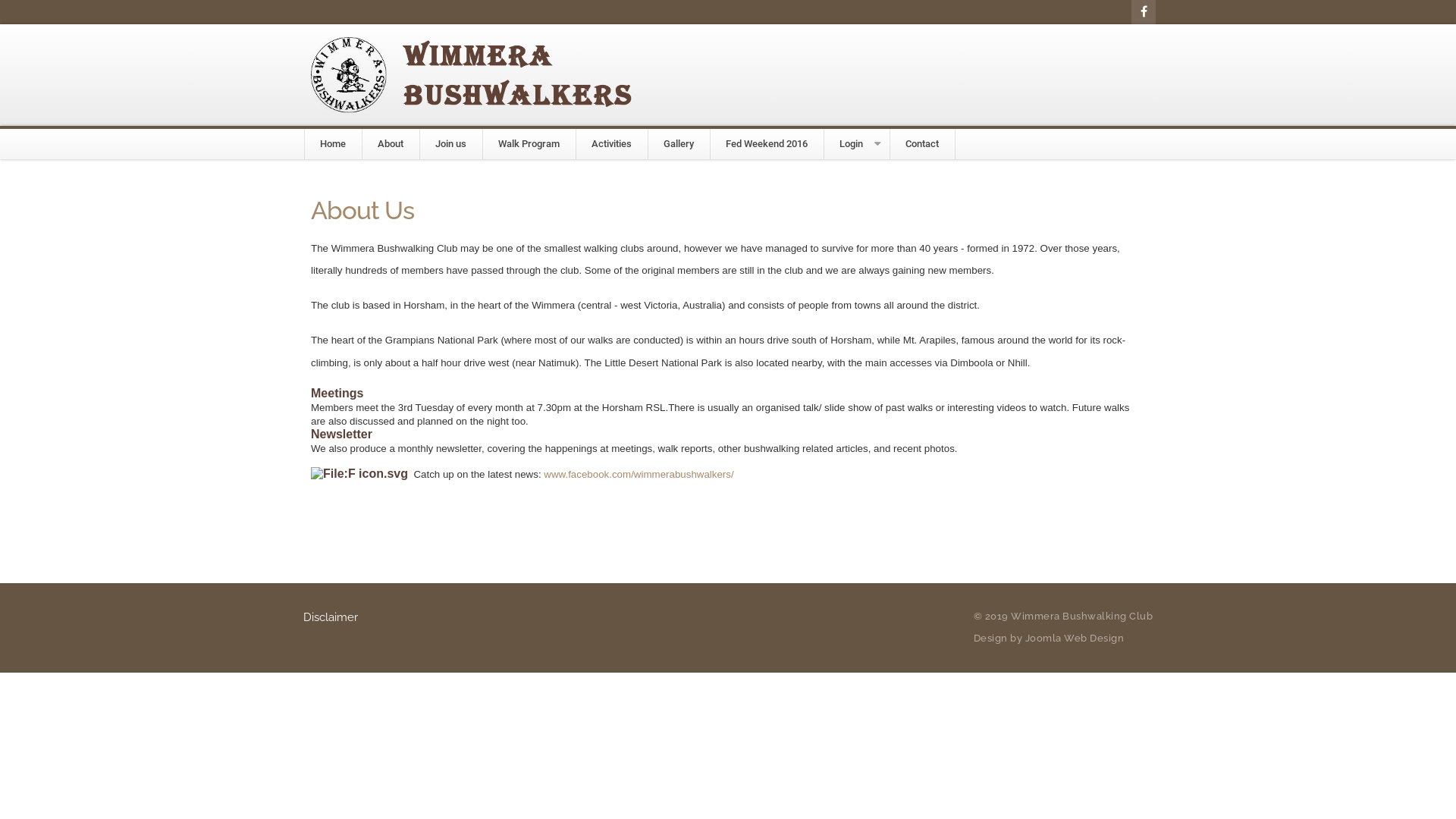  I want to click on 'Gallery', so click(677, 143).